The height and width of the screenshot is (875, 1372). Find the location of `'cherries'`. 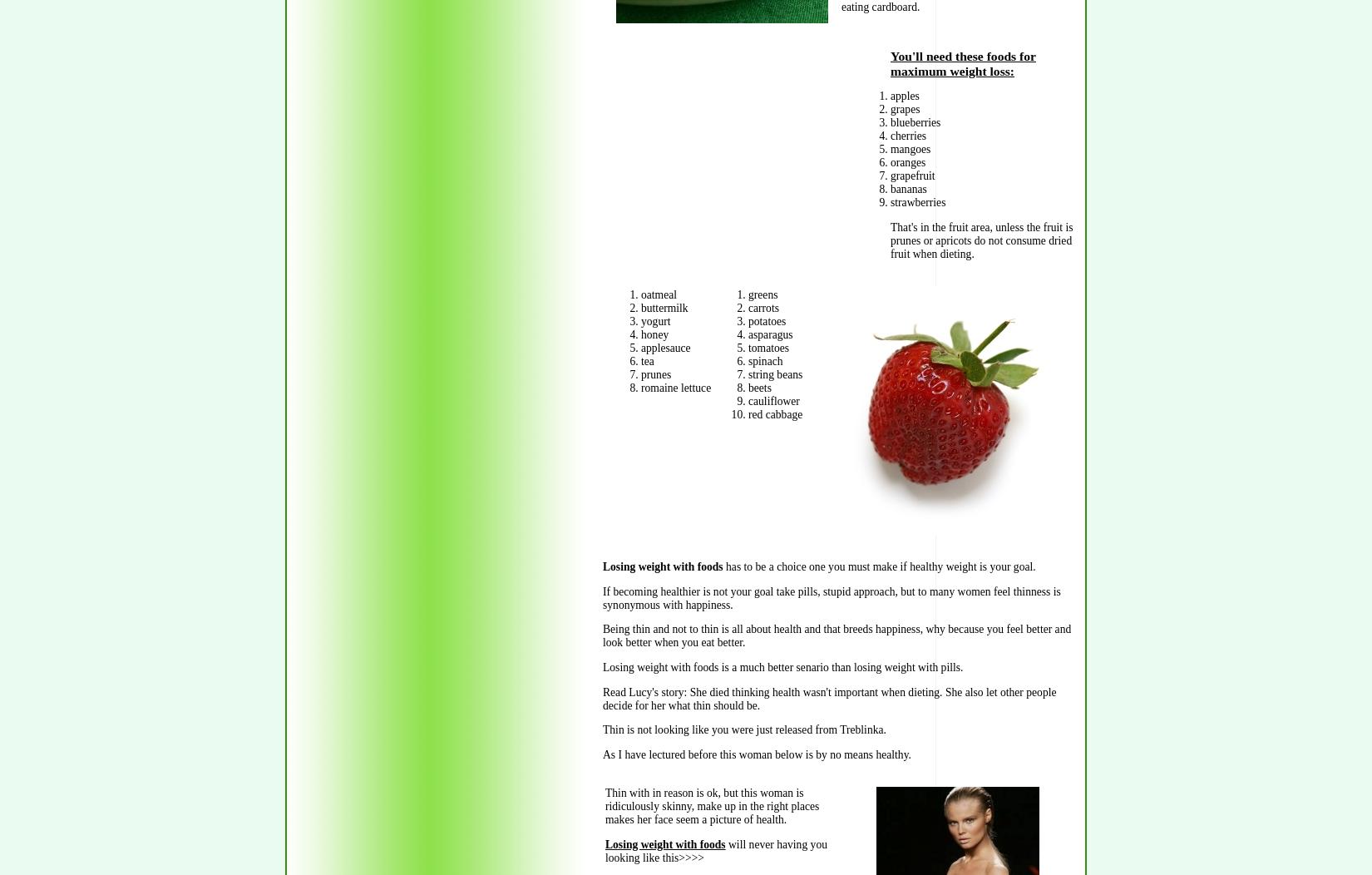

'cherries' is located at coordinates (891, 135).